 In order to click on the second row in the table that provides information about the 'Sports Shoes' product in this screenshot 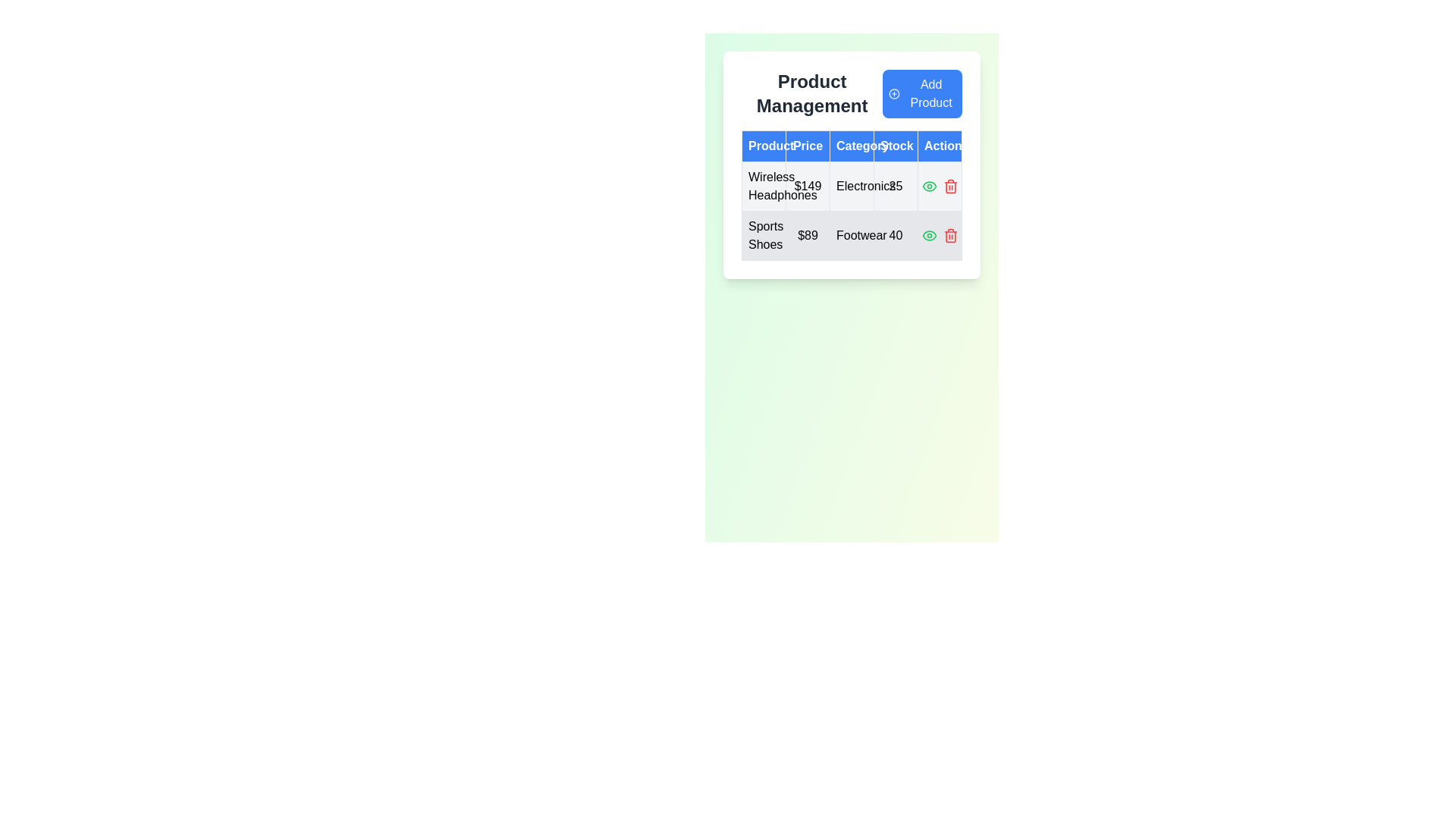, I will do `click(852, 236)`.